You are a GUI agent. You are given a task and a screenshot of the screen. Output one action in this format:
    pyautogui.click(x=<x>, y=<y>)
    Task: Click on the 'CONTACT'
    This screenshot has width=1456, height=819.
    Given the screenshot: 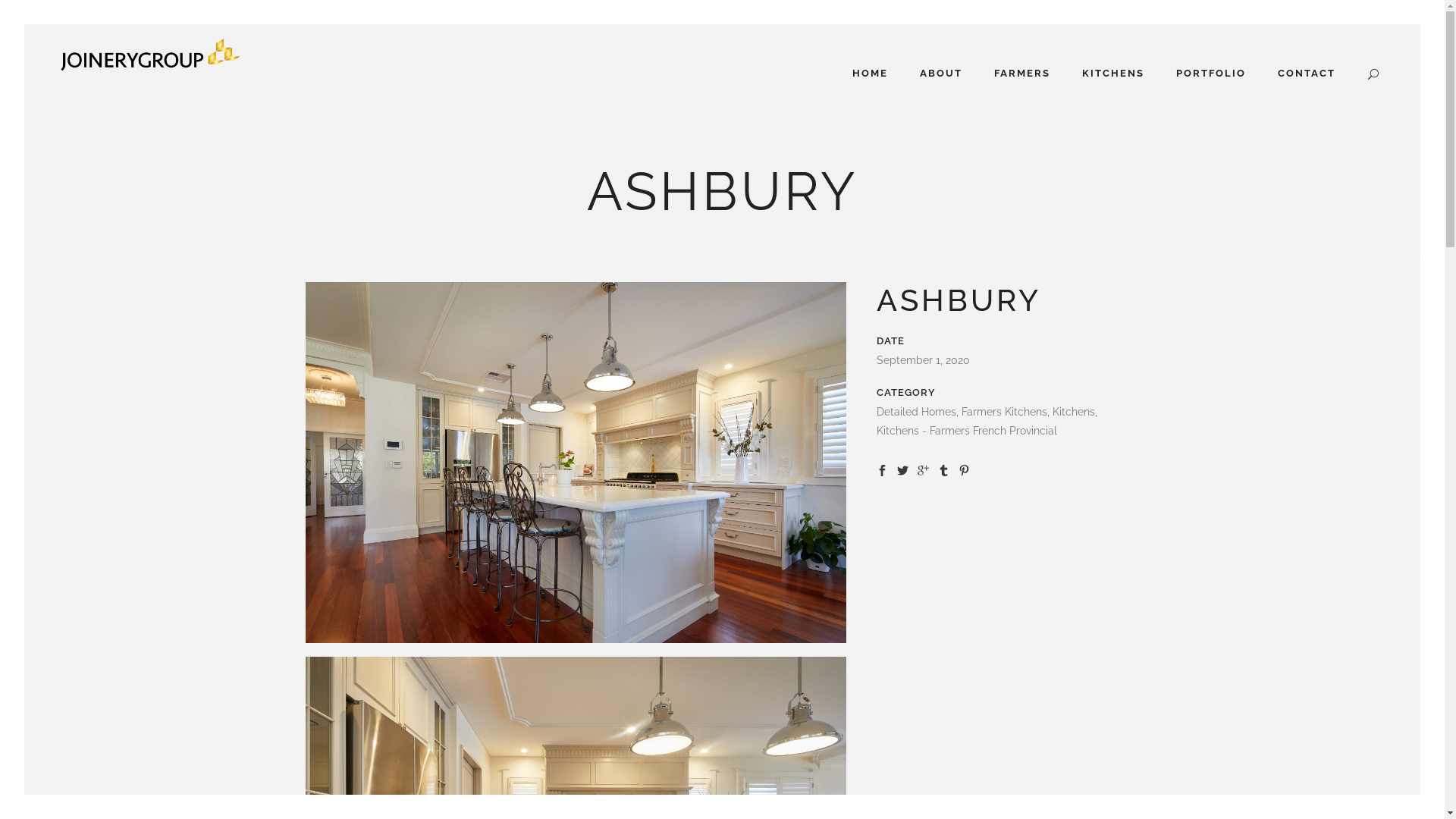 What is the action you would take?
    pyautogui.click(x=1306, y=73)
    